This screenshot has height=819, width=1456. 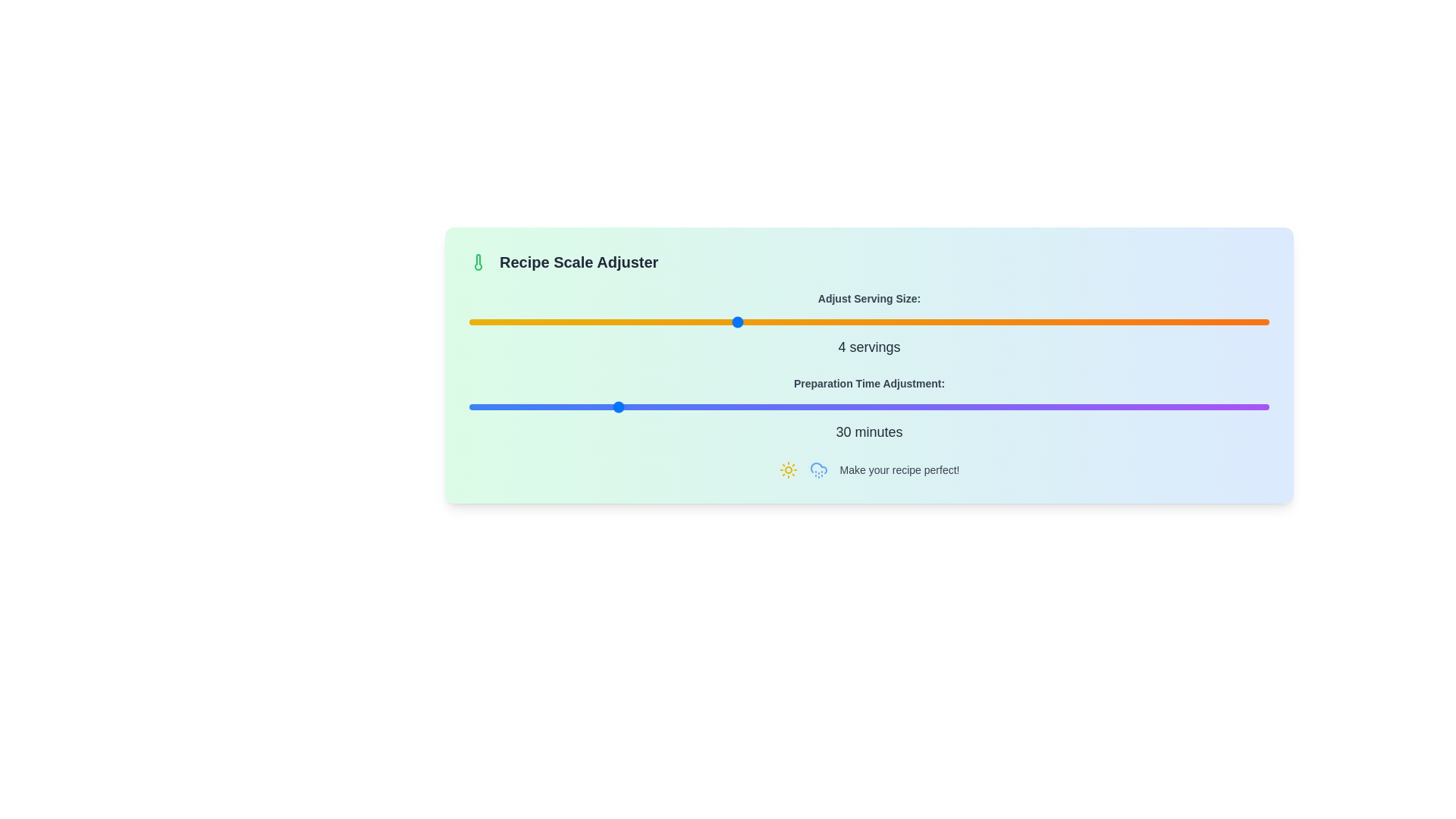 What do you see at coordinates (1043, 406) in the screenshot?
I see `the preparation time` at bounding box center [1043, 406].